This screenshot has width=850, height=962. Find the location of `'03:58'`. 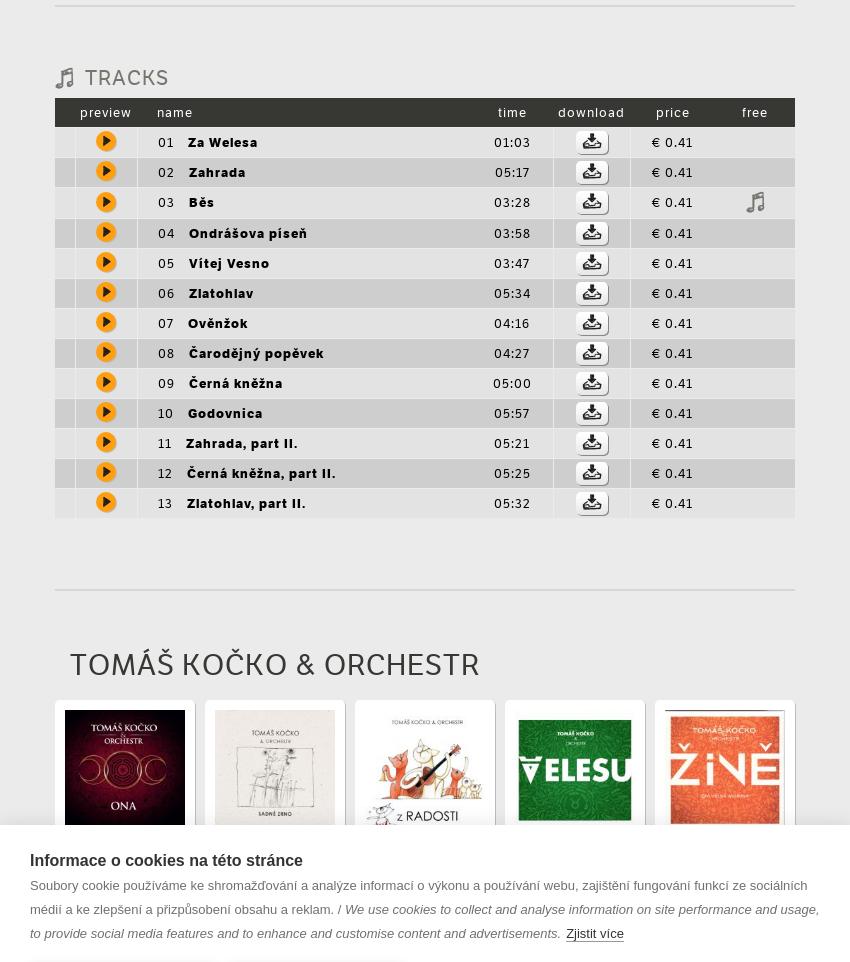

'03:58' is located at coordinates (492, 231).